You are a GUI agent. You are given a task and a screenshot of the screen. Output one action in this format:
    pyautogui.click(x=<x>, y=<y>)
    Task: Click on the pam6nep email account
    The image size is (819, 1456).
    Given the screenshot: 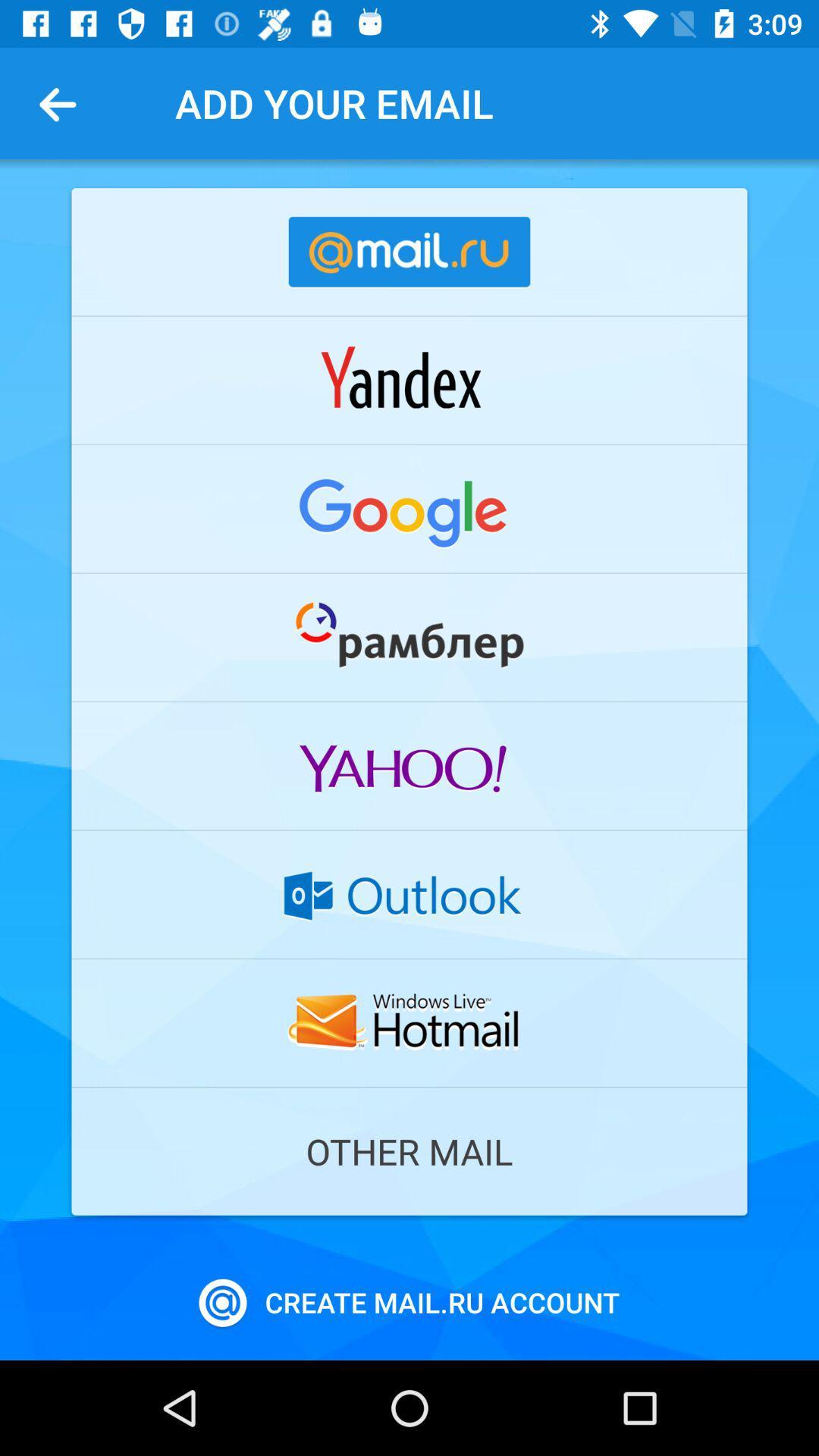 What is the action you would take?
    pyautogui.click(x=409, y=637)
    